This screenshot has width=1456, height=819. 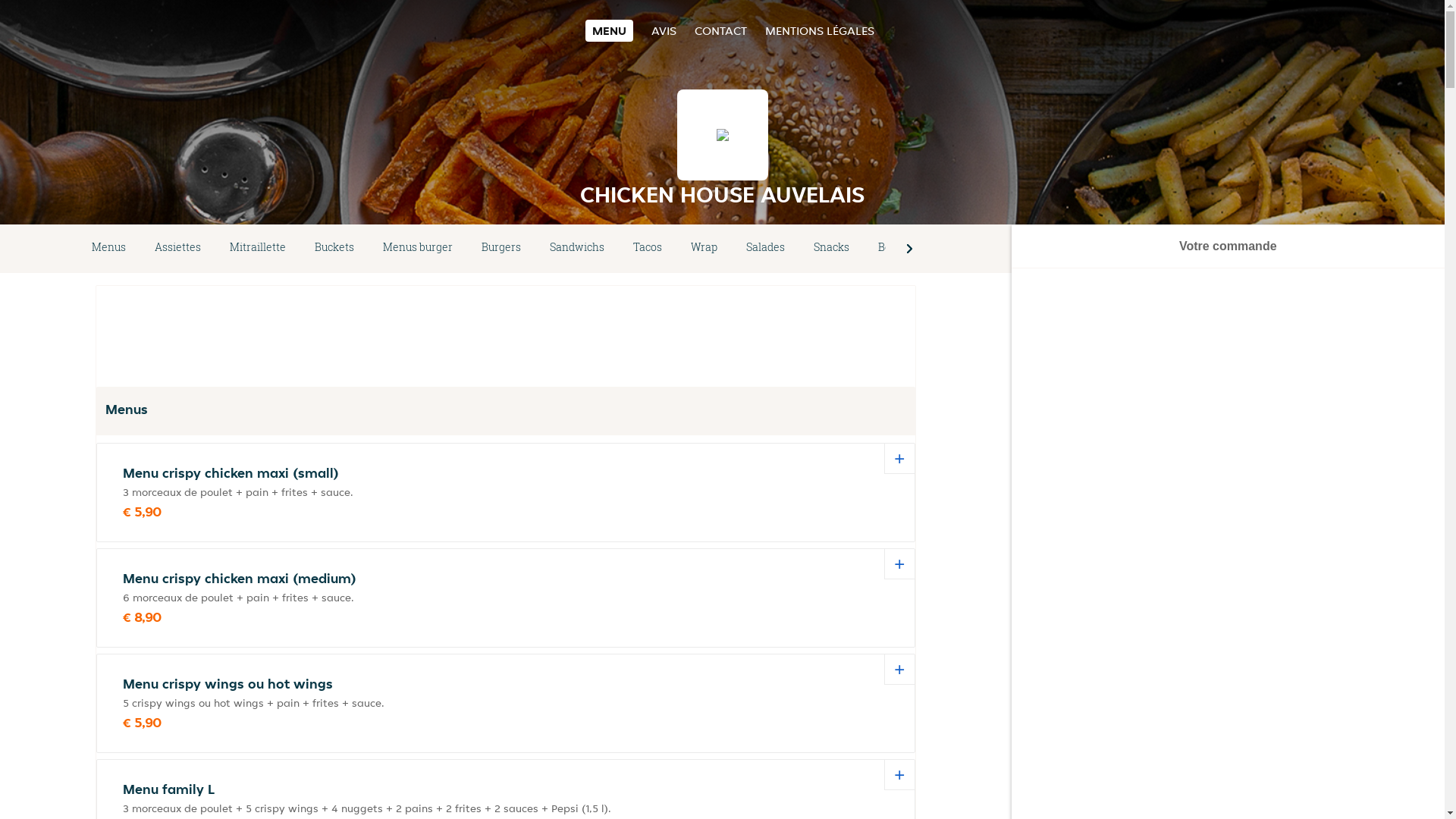 I want to click on 'Assiettes', so click(x=140, y=247).